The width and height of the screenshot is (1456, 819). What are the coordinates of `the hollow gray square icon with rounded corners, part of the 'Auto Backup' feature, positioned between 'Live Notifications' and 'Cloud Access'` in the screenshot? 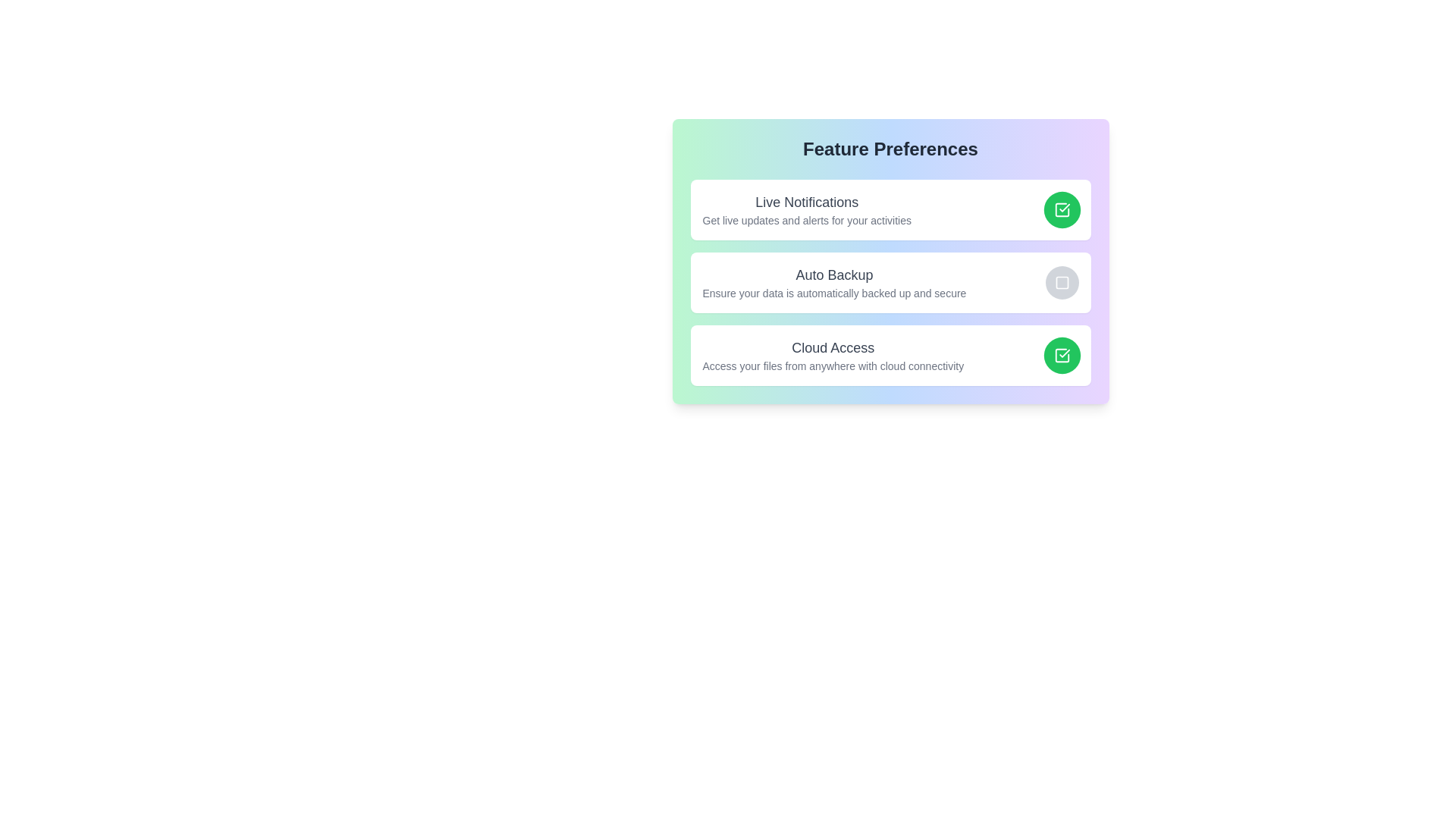 It's located at (1061, 283).